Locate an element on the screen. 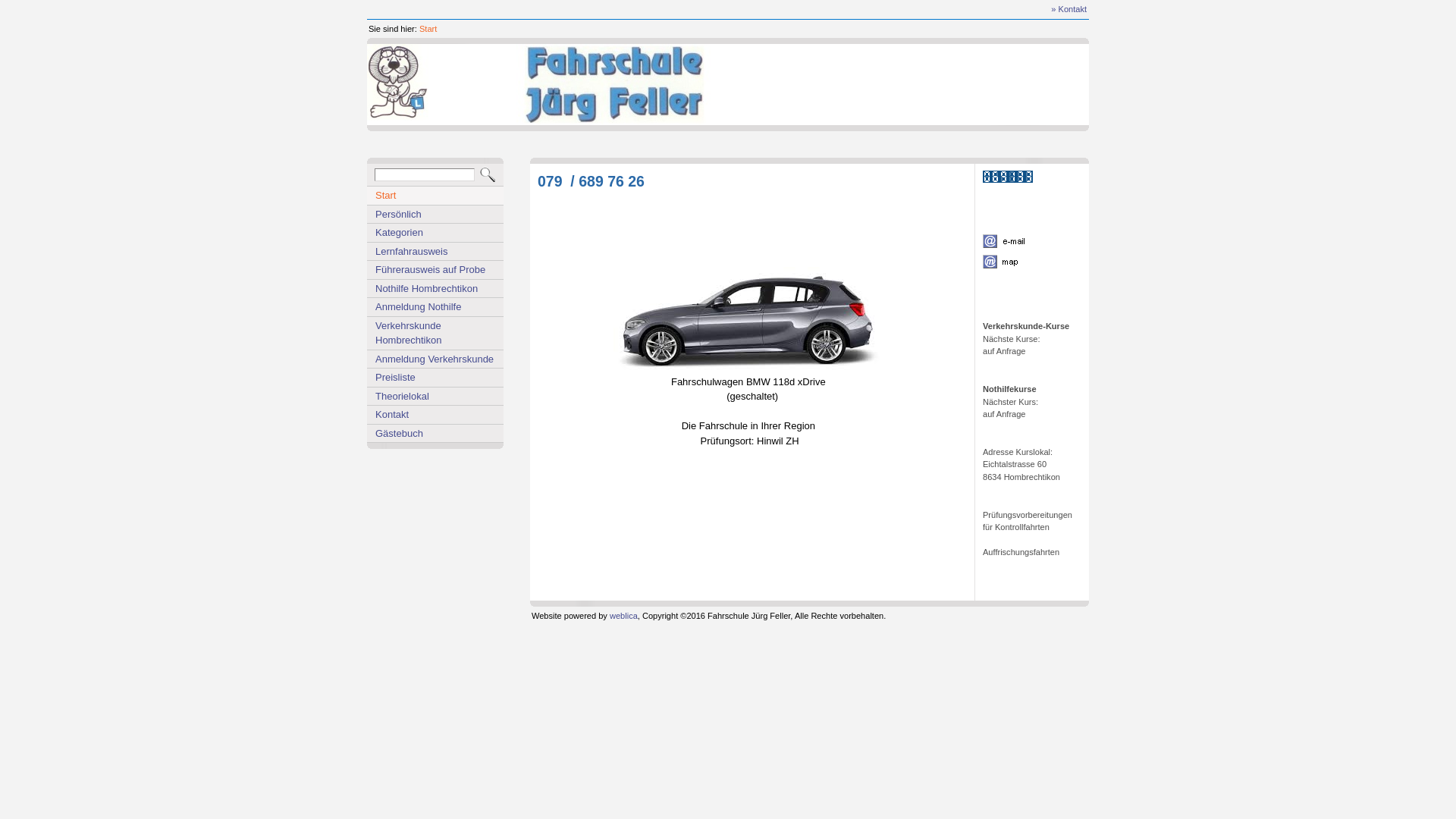  'Start' is located at coordinates (419, 29).